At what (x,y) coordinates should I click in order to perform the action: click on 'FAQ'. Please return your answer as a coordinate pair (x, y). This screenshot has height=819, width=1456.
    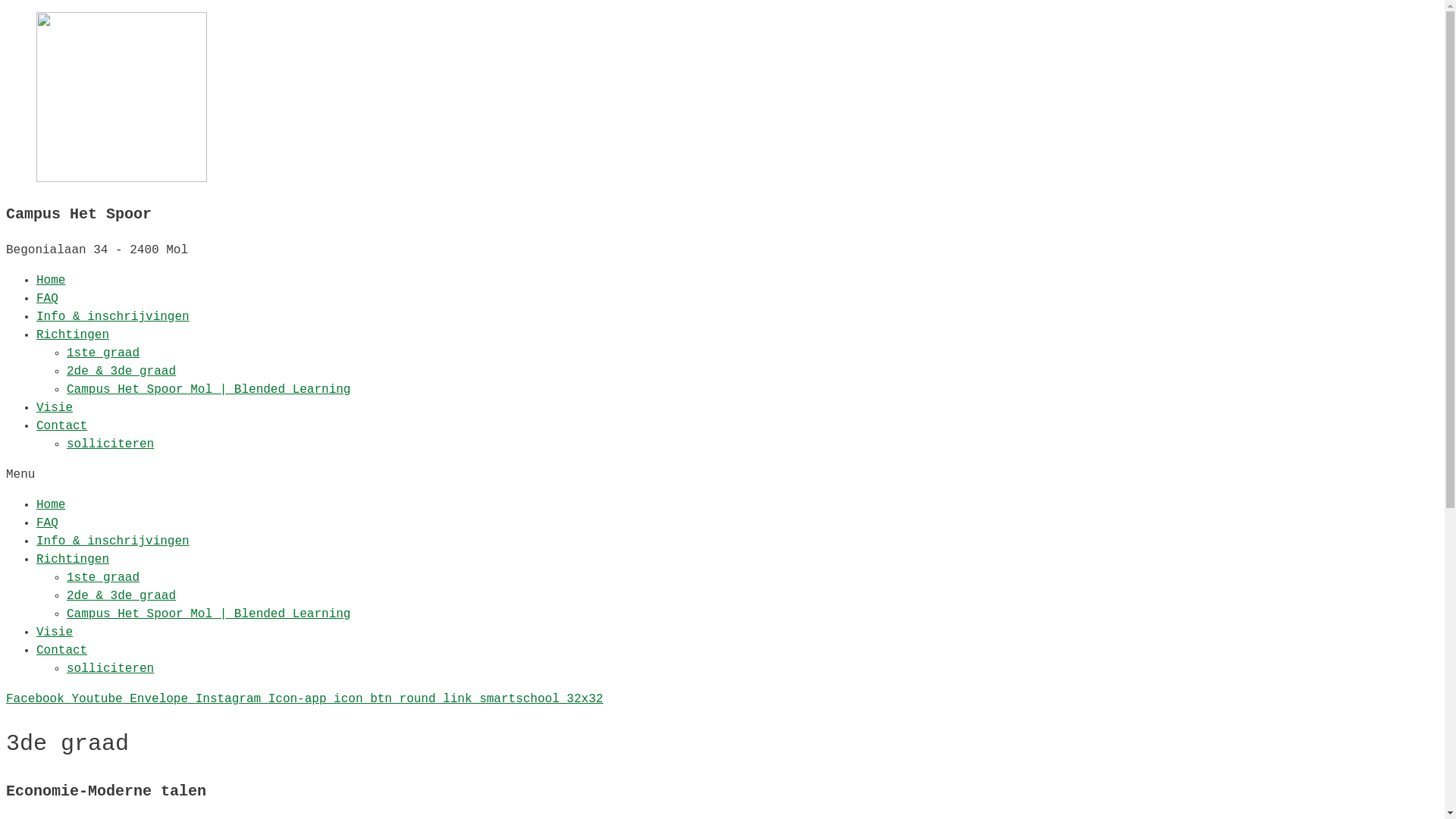
    Looking at the image, I should click on (47, 298).